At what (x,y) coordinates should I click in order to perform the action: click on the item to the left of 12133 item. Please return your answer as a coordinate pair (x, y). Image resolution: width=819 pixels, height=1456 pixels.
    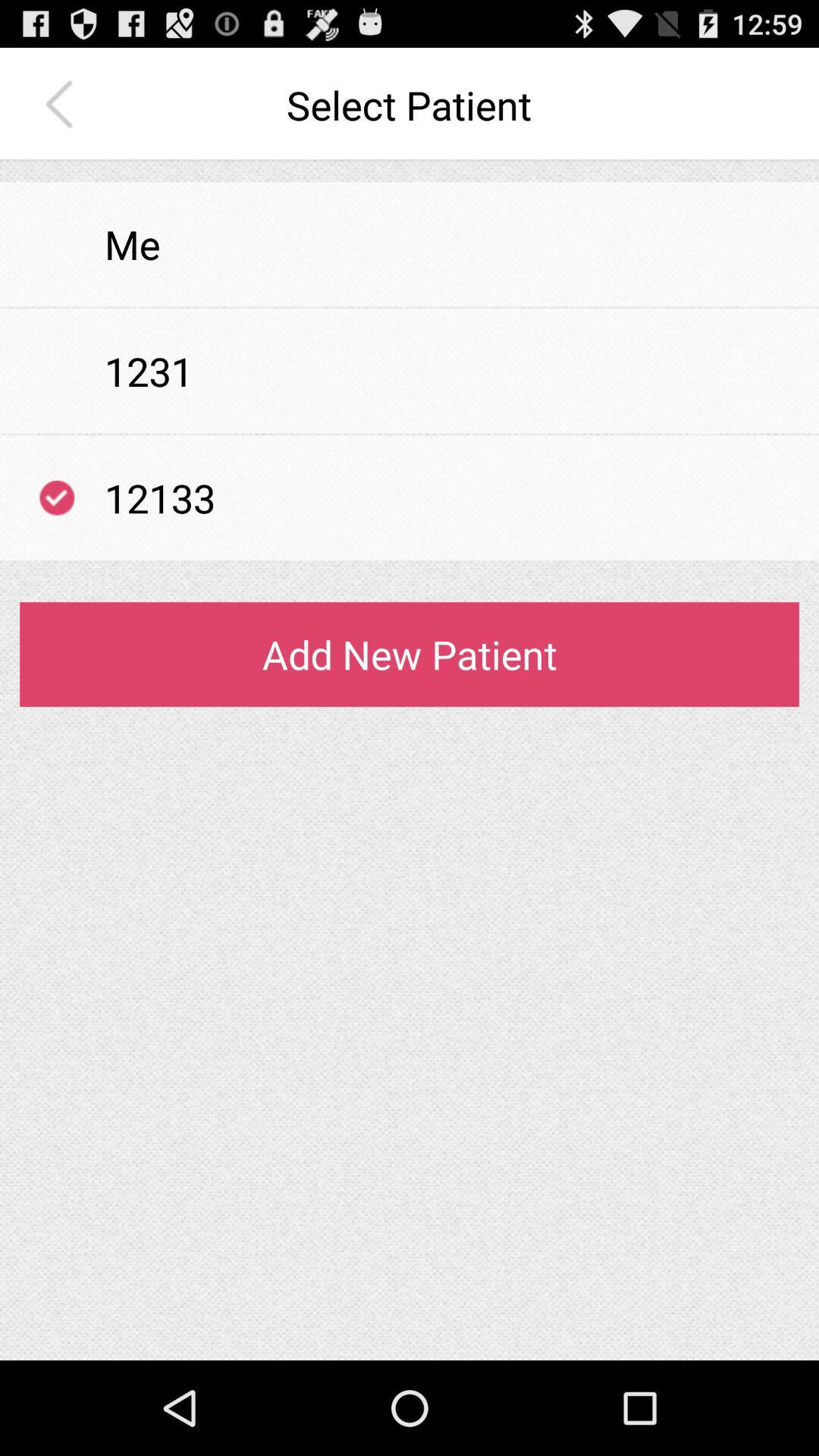
    Looking at the image, I should click on (56, 497).